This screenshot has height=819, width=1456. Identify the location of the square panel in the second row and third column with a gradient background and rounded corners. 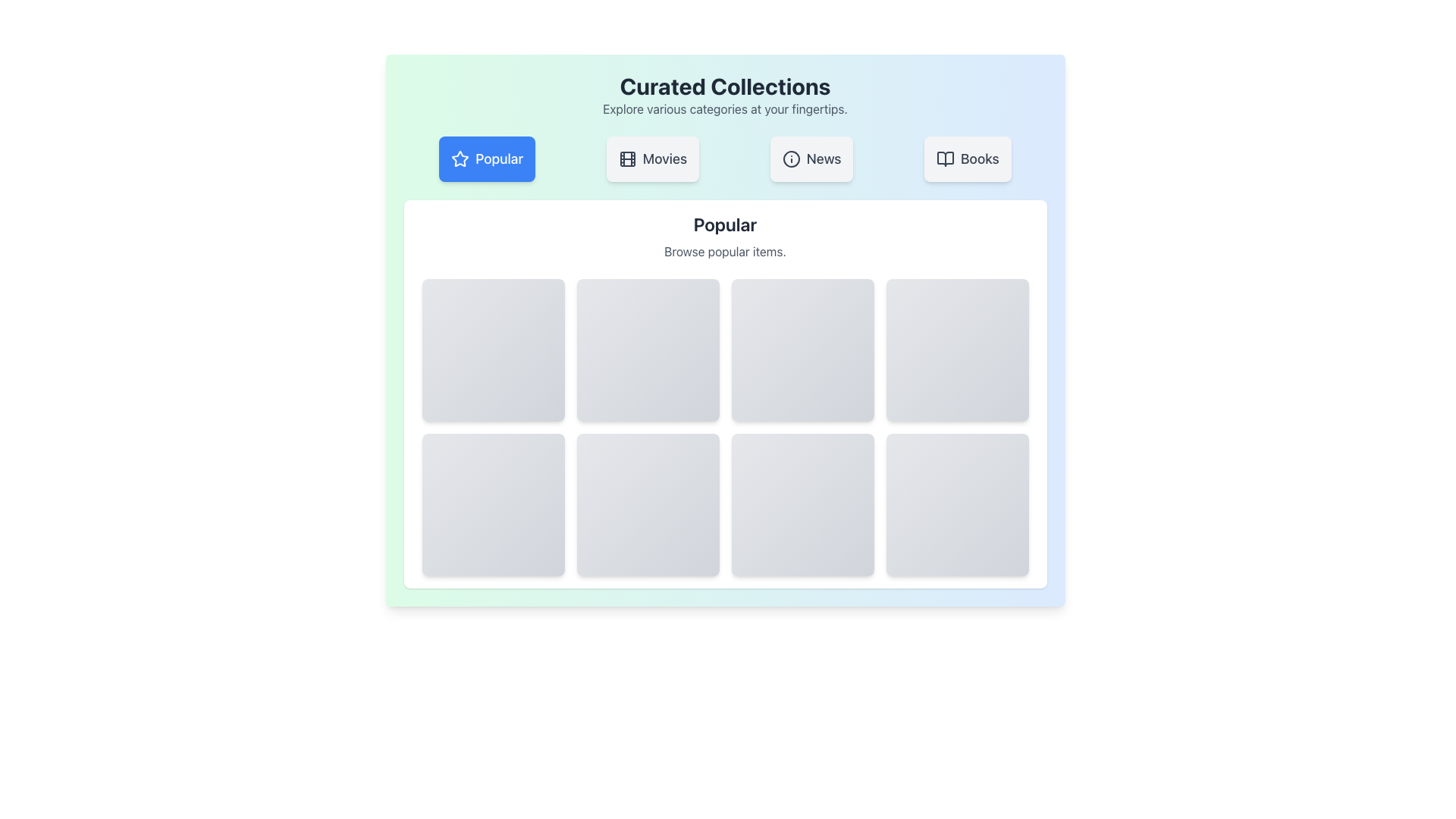
(802, 505).